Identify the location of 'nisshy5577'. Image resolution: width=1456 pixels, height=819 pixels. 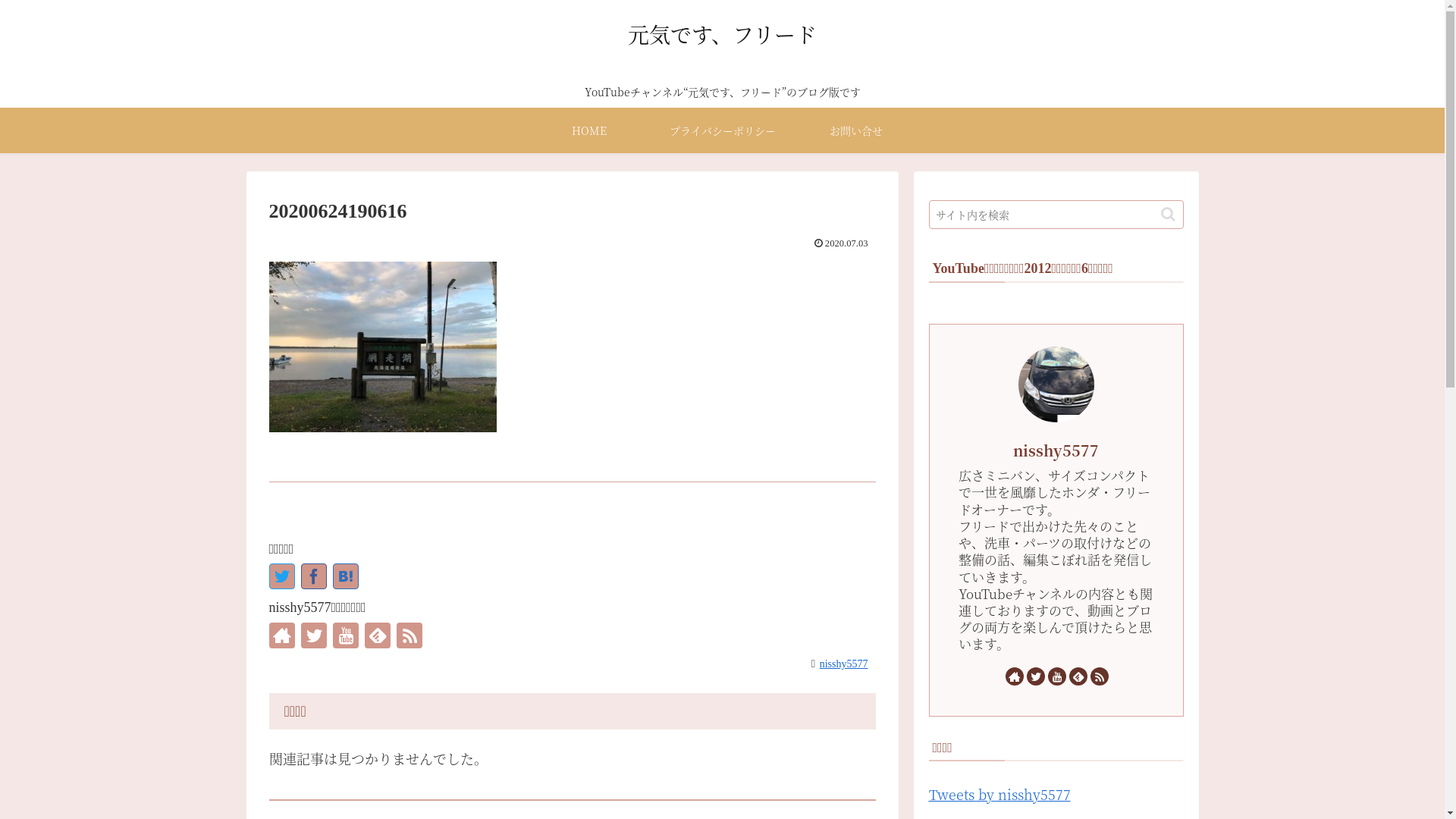
(1055, 449).